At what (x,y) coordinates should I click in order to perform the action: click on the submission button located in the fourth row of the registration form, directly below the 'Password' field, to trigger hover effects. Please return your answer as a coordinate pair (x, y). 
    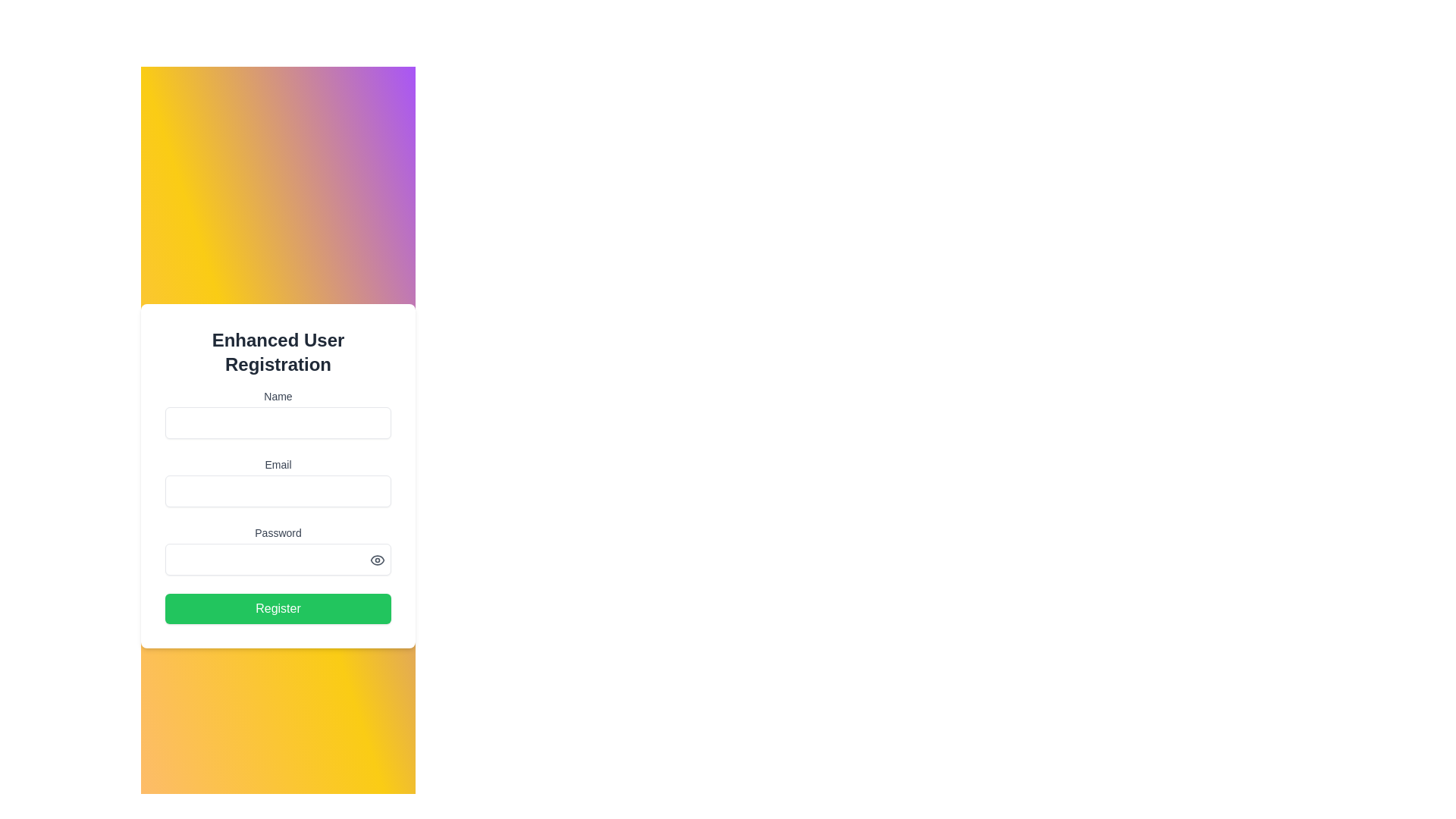
    Looking at the image, I should click on (278, 607).